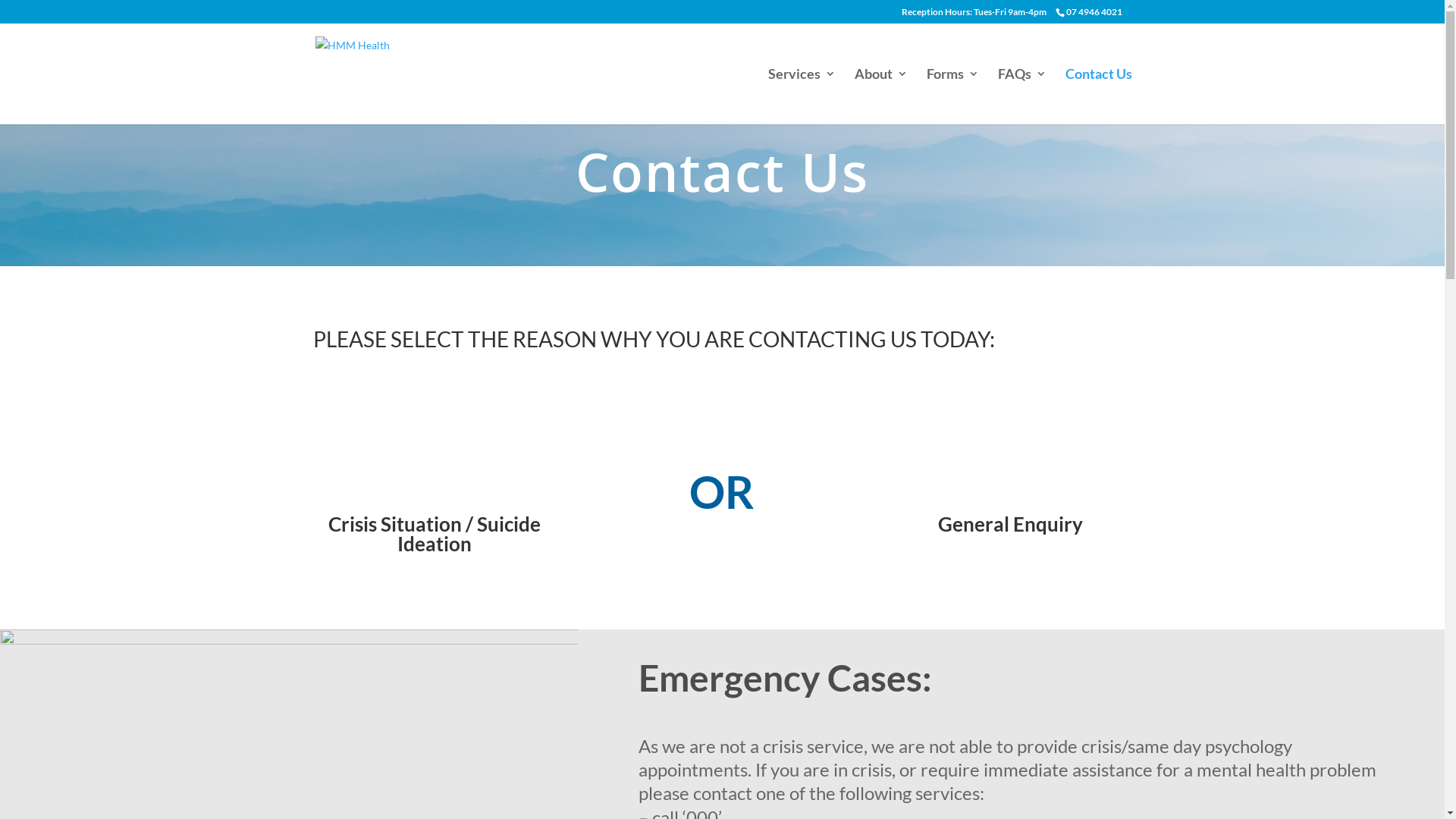 The height and width of the screenshot is (819, 1456). What do you see at coordinates (926, 96) in the screenshot?
I see `'Forms'` at bounding box center [926, 96].